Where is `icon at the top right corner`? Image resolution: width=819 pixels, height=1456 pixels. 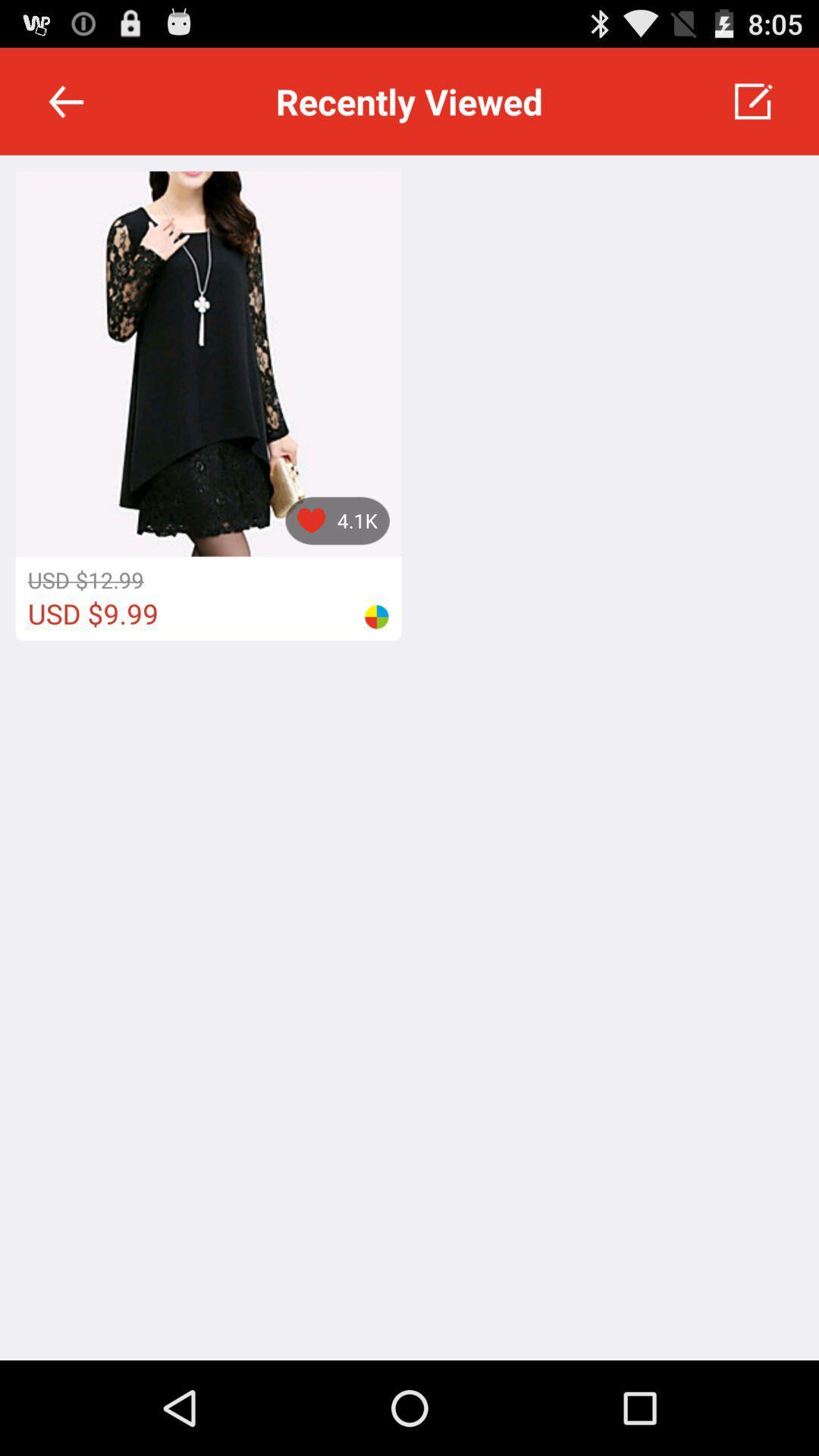
icon at the top right corner is located at coordinates (752, 100).